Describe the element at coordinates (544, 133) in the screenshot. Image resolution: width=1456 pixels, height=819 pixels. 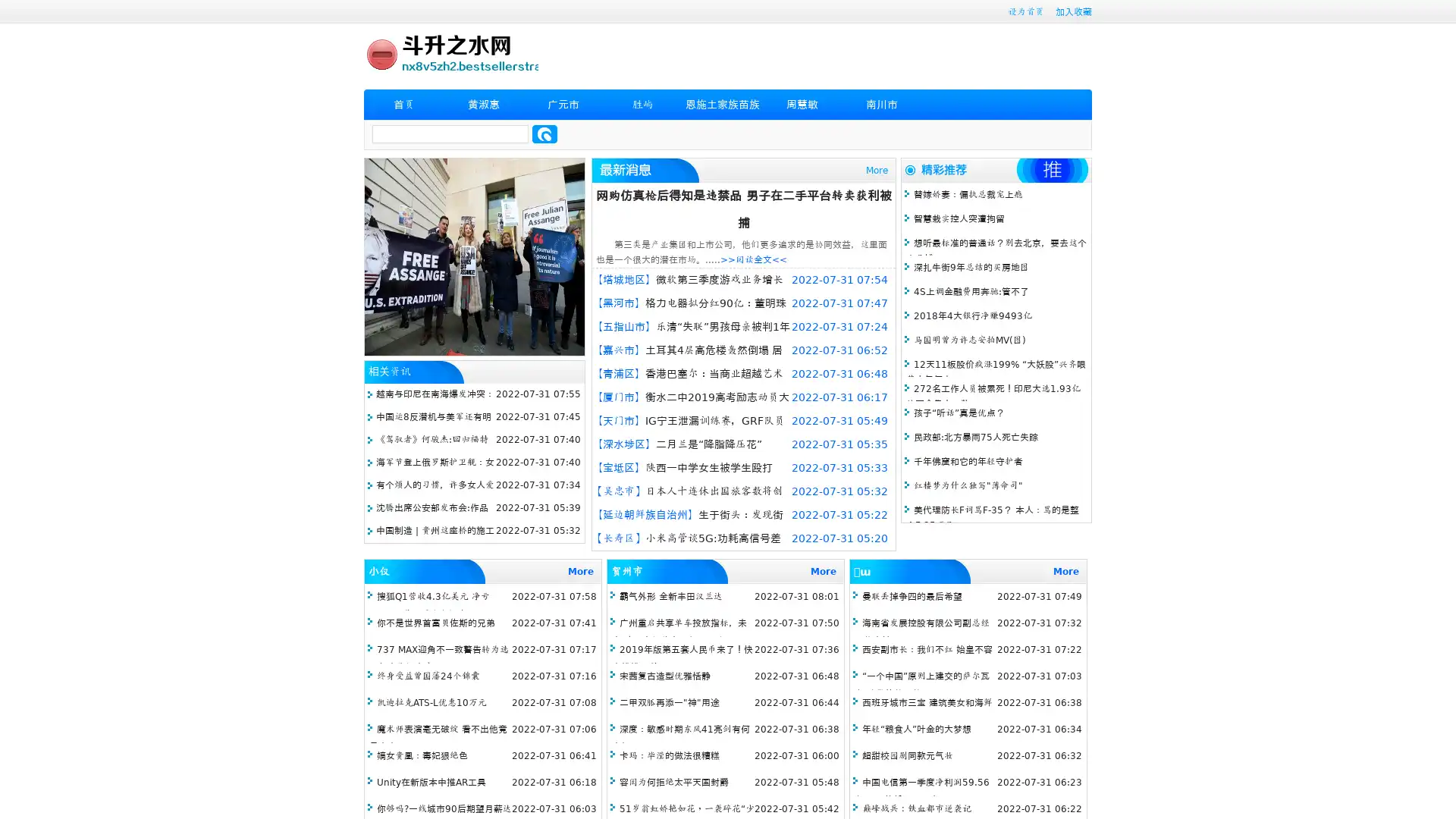
I see `Search` at that location.